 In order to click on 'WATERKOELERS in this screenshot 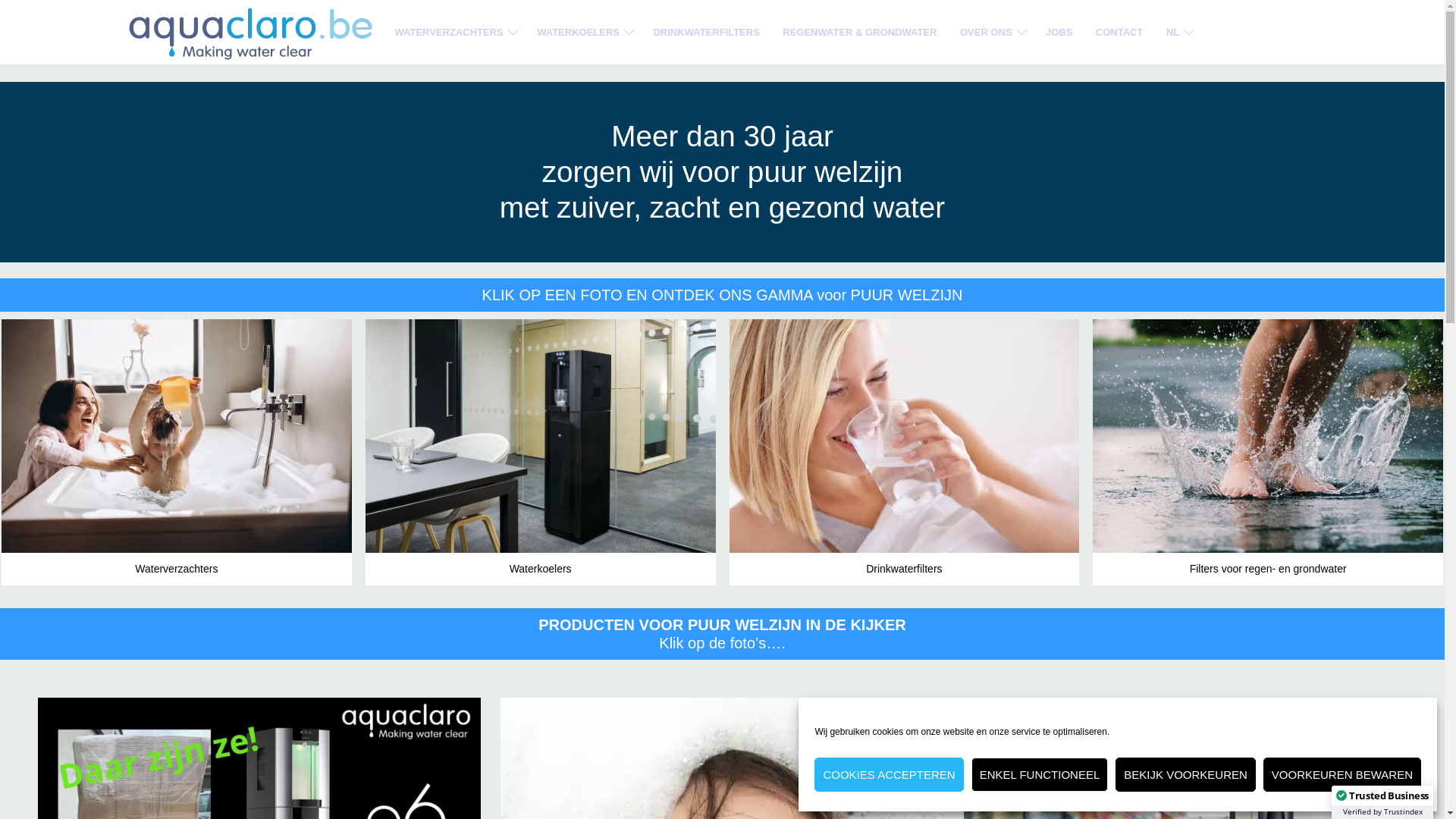, I will do `click(582, 32)`.